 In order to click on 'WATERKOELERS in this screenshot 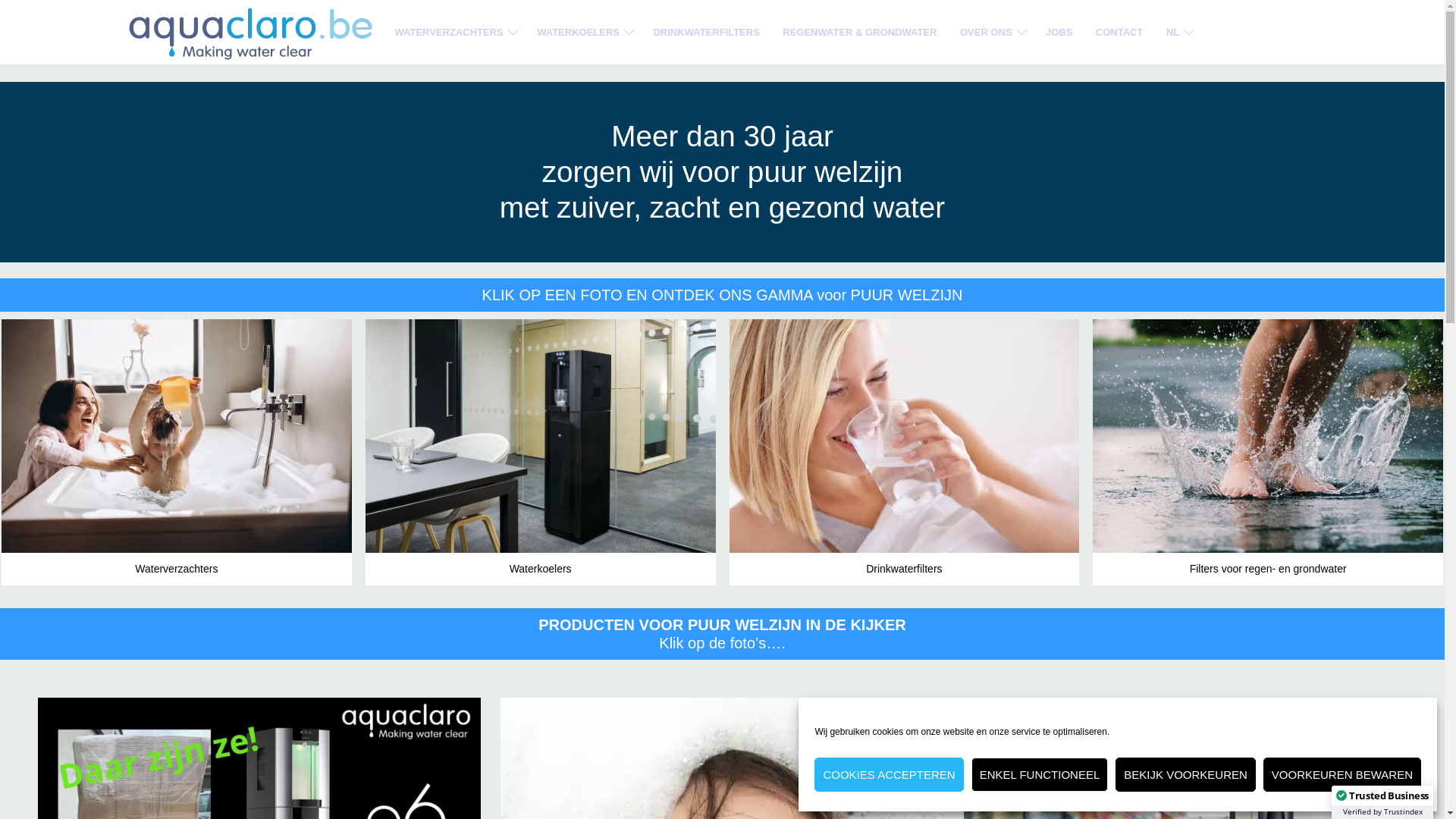, I will do `click(582, 32)`.